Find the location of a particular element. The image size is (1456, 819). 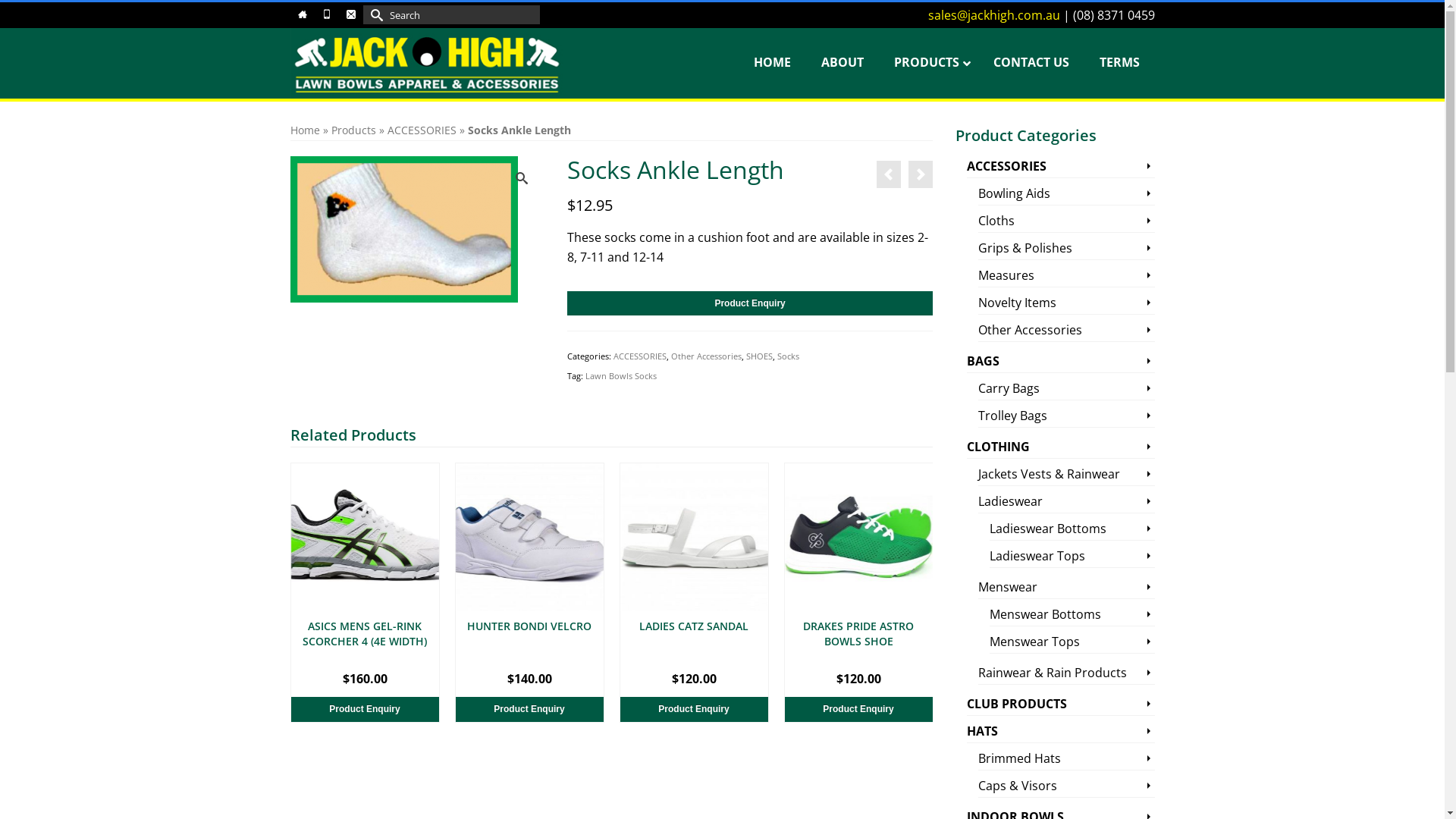

'Bowling Aids' is located at coordinates (1065, 193).